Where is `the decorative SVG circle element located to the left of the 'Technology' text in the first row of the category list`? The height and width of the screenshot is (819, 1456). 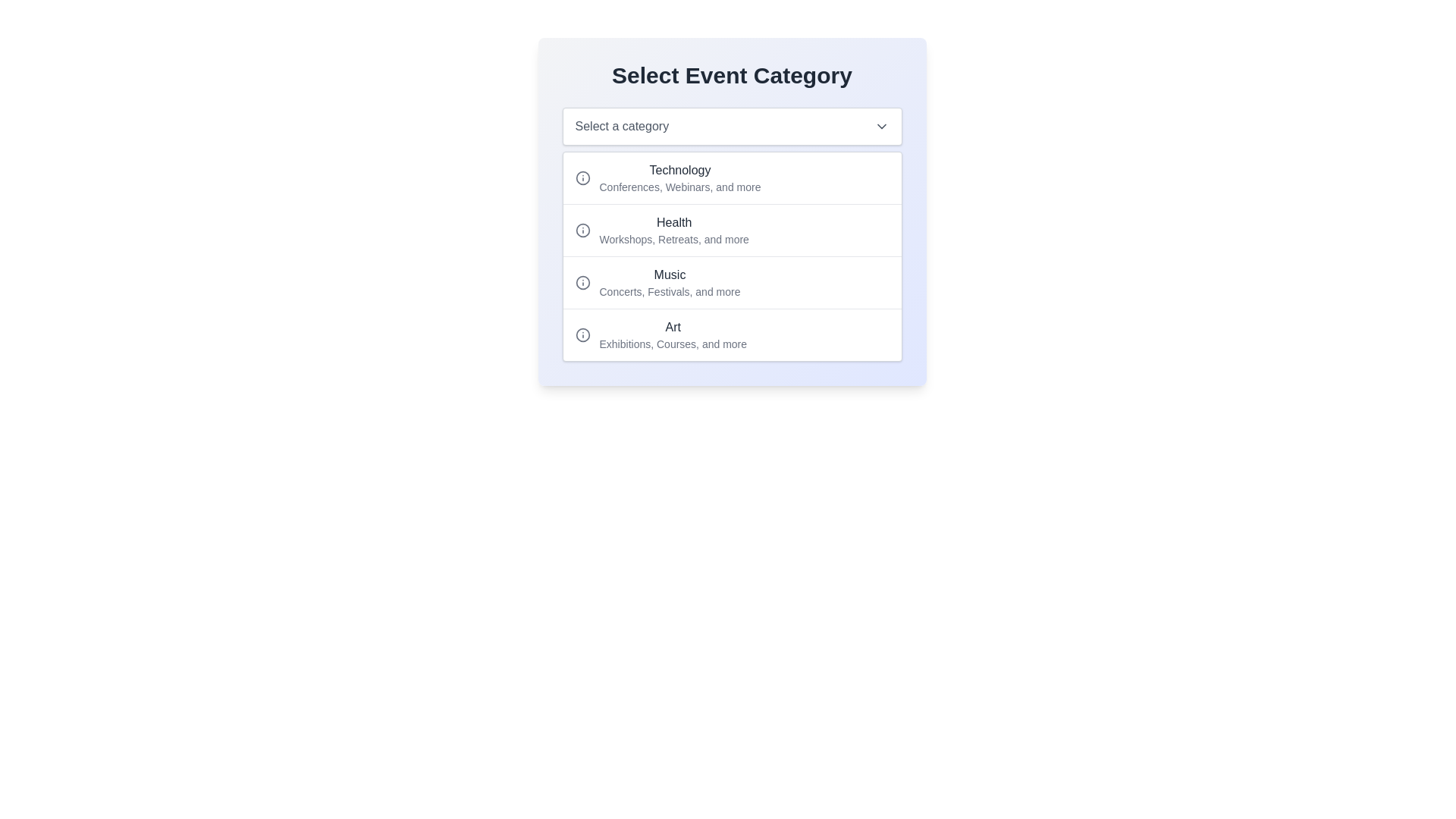 the decorative SVG circle element located to the left of the 'Technology' text in the first row of the category list is located at coordinates (582, 177).